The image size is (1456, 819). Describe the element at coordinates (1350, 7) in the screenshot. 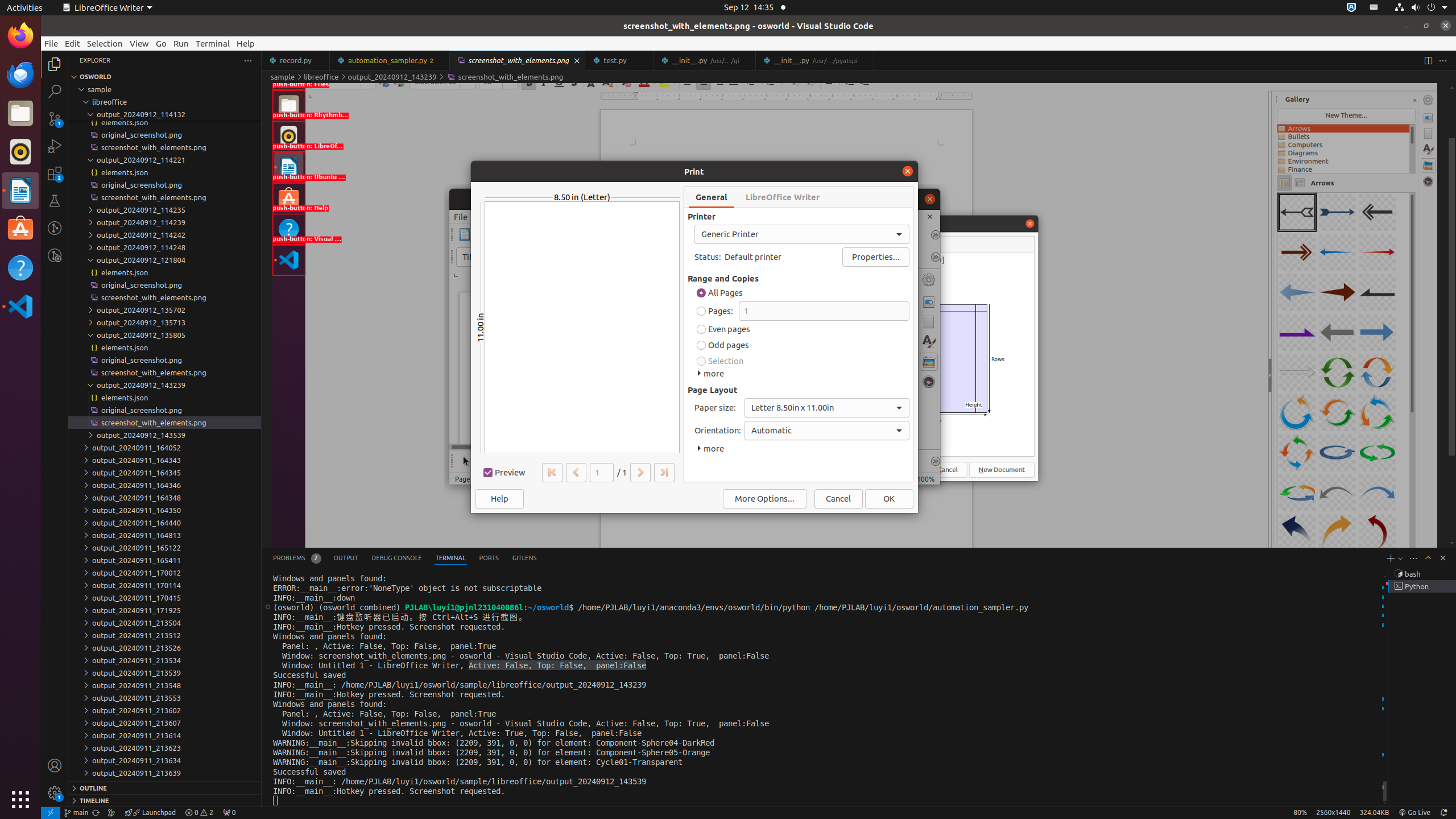

I see `':1.72/StatusNotifierItem'` at that location.